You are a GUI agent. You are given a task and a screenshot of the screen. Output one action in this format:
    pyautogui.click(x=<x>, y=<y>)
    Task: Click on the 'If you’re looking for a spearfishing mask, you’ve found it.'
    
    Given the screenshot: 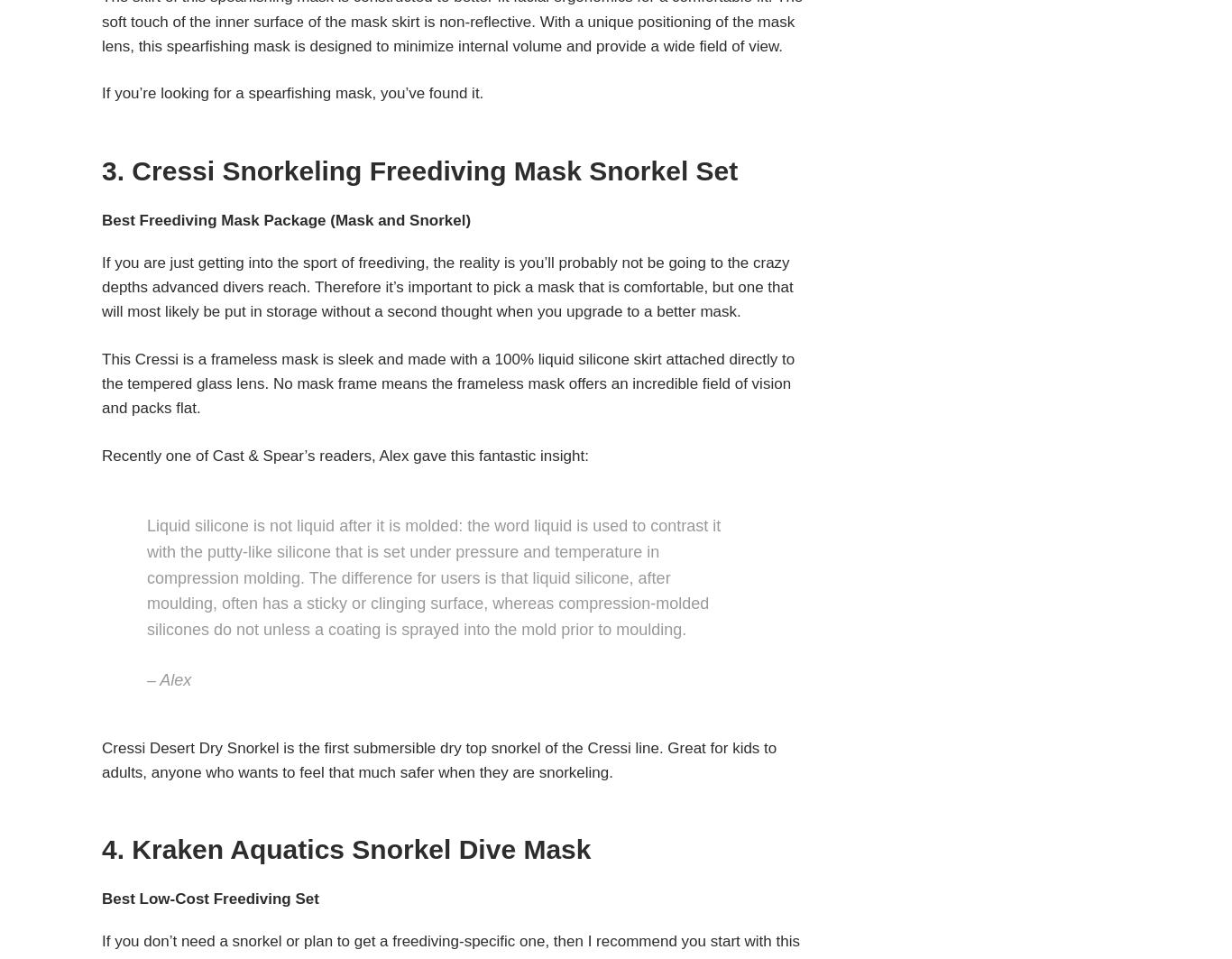 What is the action you would take?
    pyautogui.click(x=292, y=93)
    